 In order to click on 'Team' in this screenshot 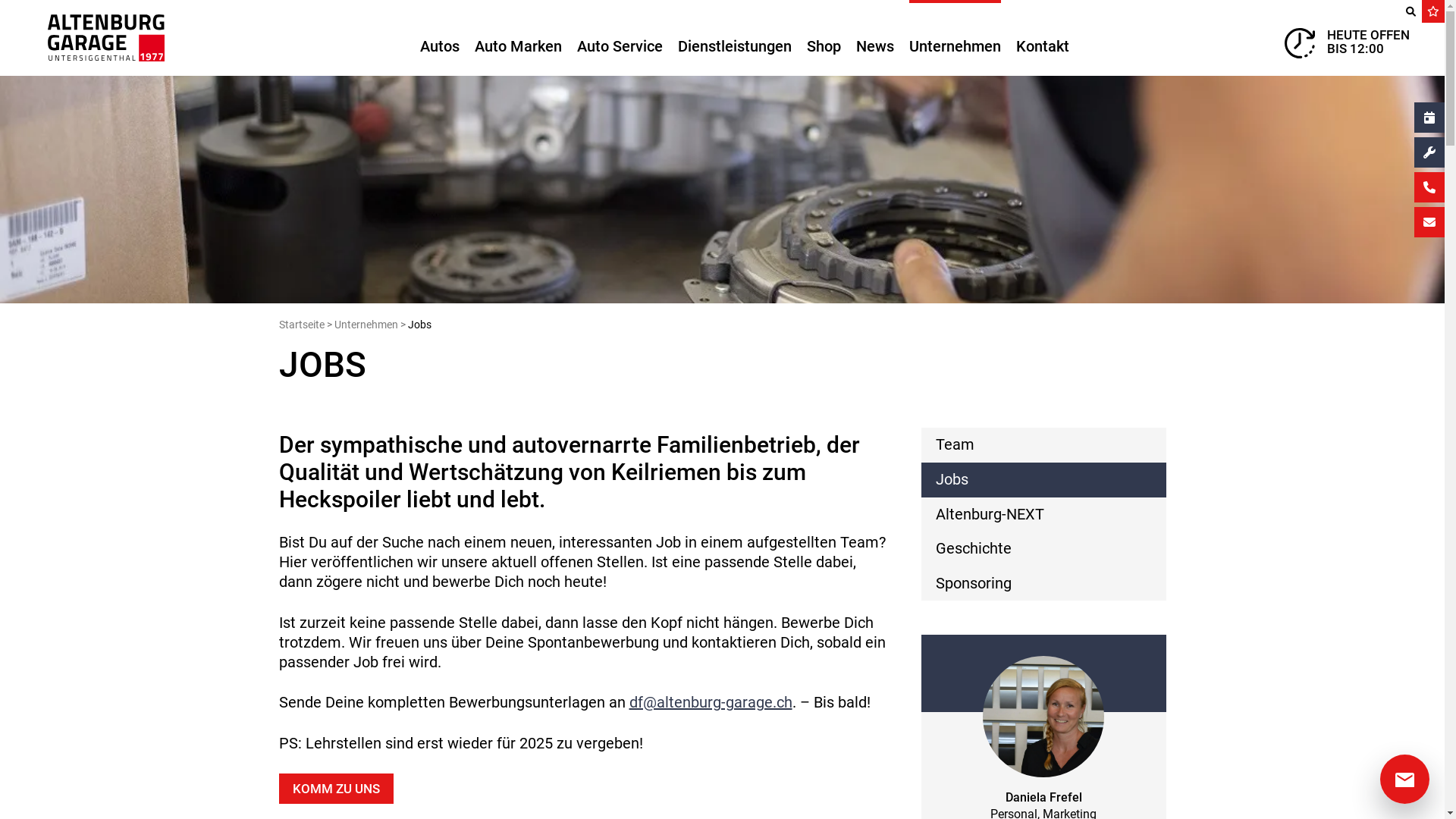, I will do `click(1042, 444)`.